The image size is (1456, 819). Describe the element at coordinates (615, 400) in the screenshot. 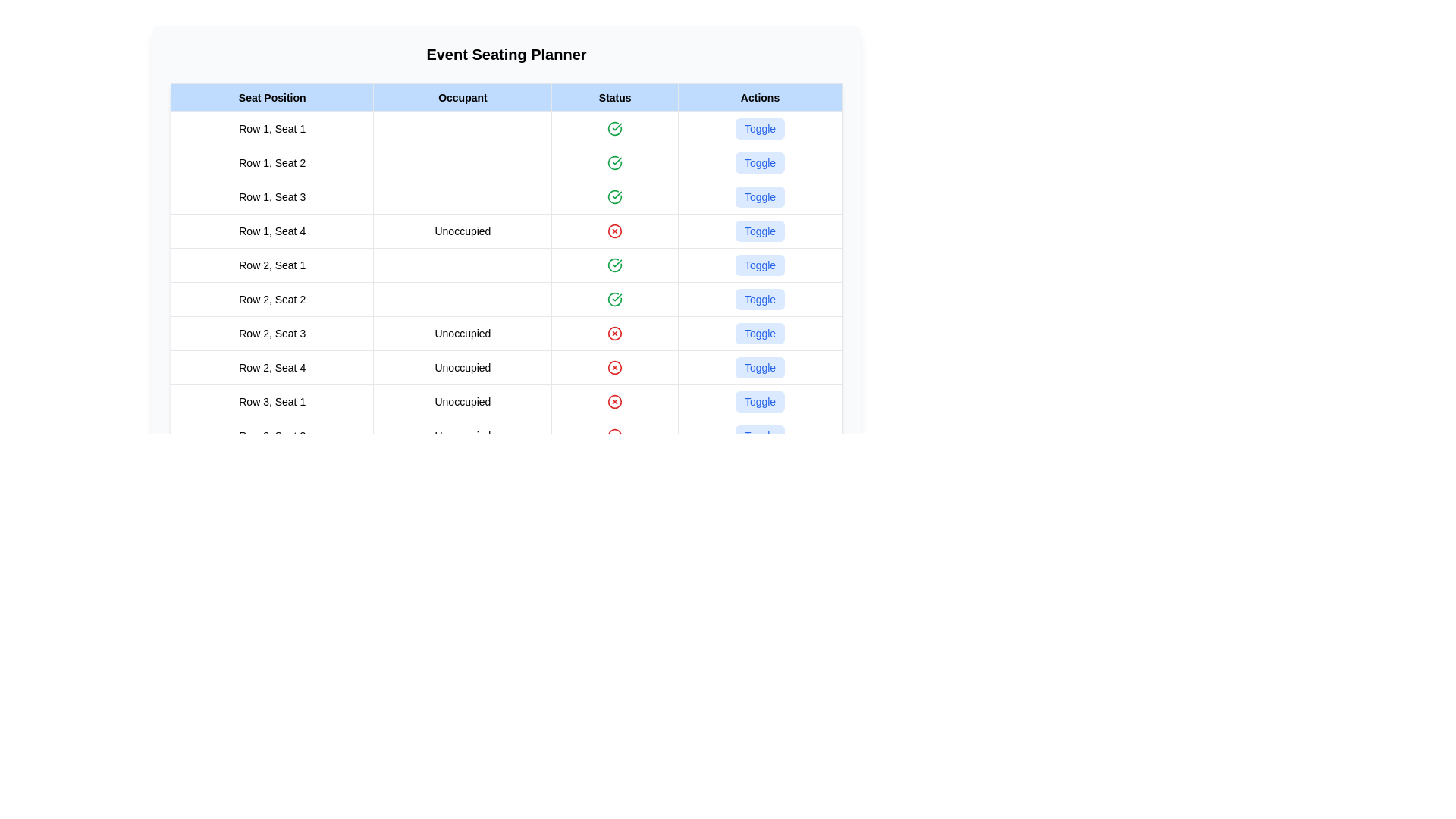

I see `the circular icon with a red border and a red 'X' symbol located in the 'Status' column of the table for 'Row 3, Seat 1', indicating a negative action` at that location.